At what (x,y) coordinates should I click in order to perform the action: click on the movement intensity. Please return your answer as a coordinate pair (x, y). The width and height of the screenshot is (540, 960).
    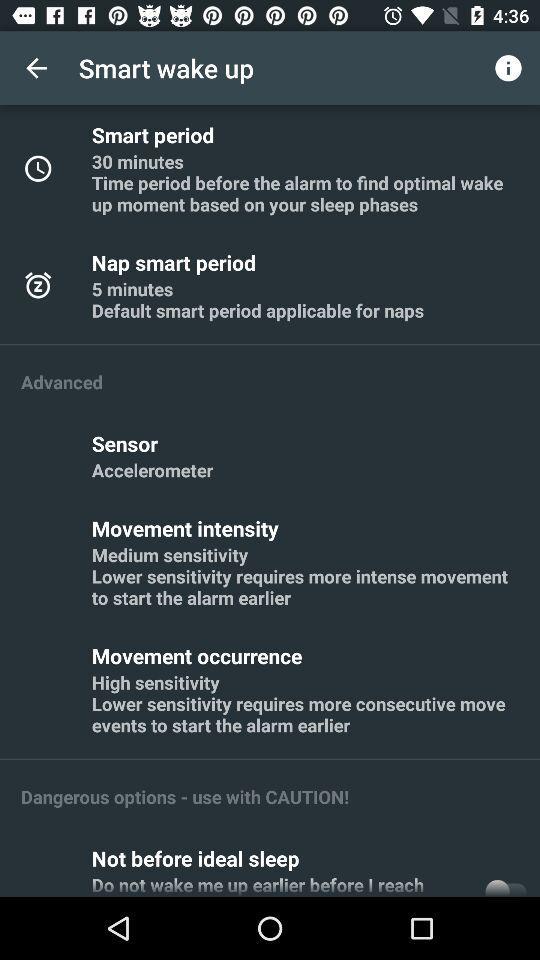
    Looking at the image, I should click on (188, 527).